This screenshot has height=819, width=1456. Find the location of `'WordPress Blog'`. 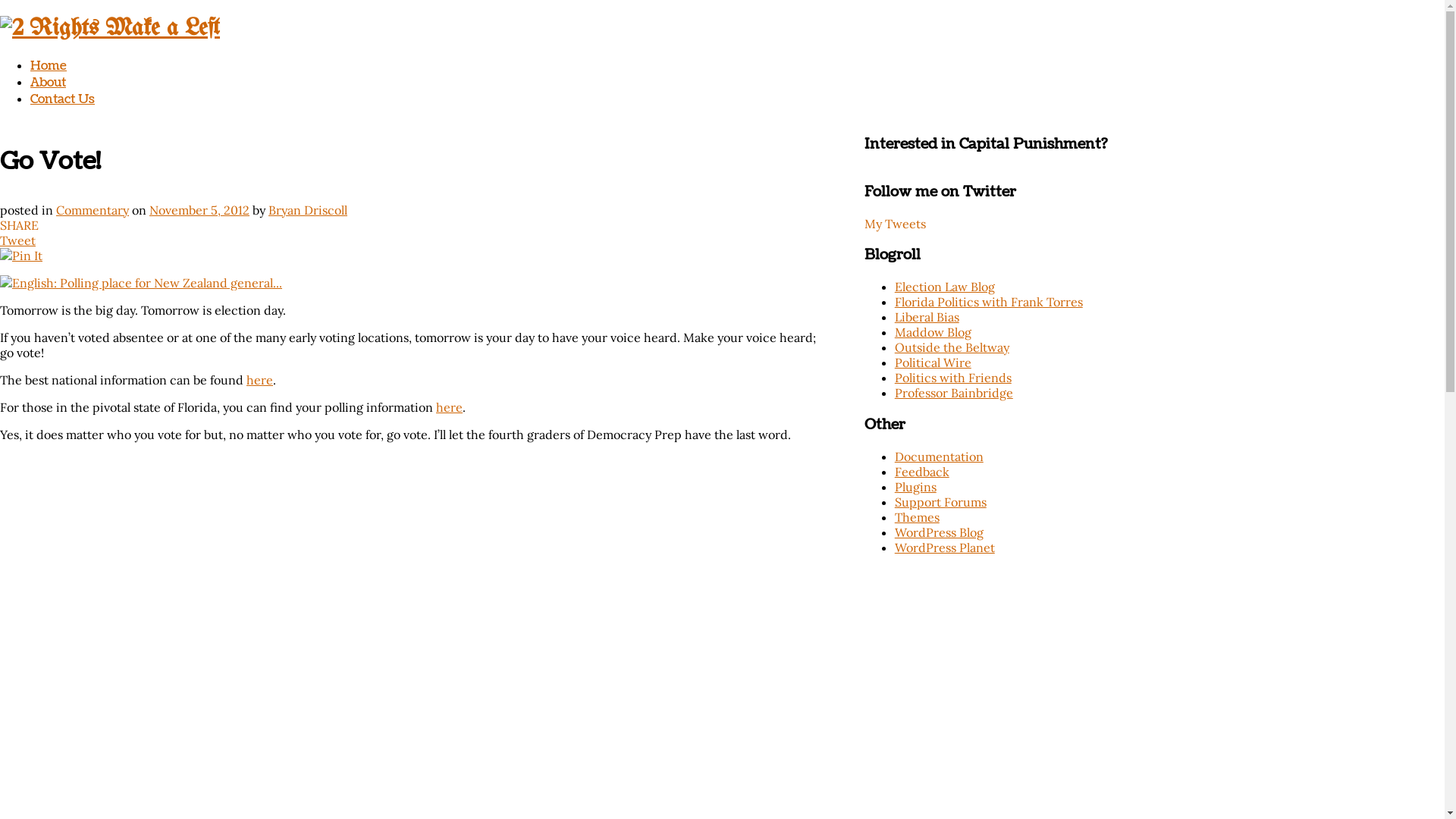

'WordPress Blog' is located at coordinates (895, 532).